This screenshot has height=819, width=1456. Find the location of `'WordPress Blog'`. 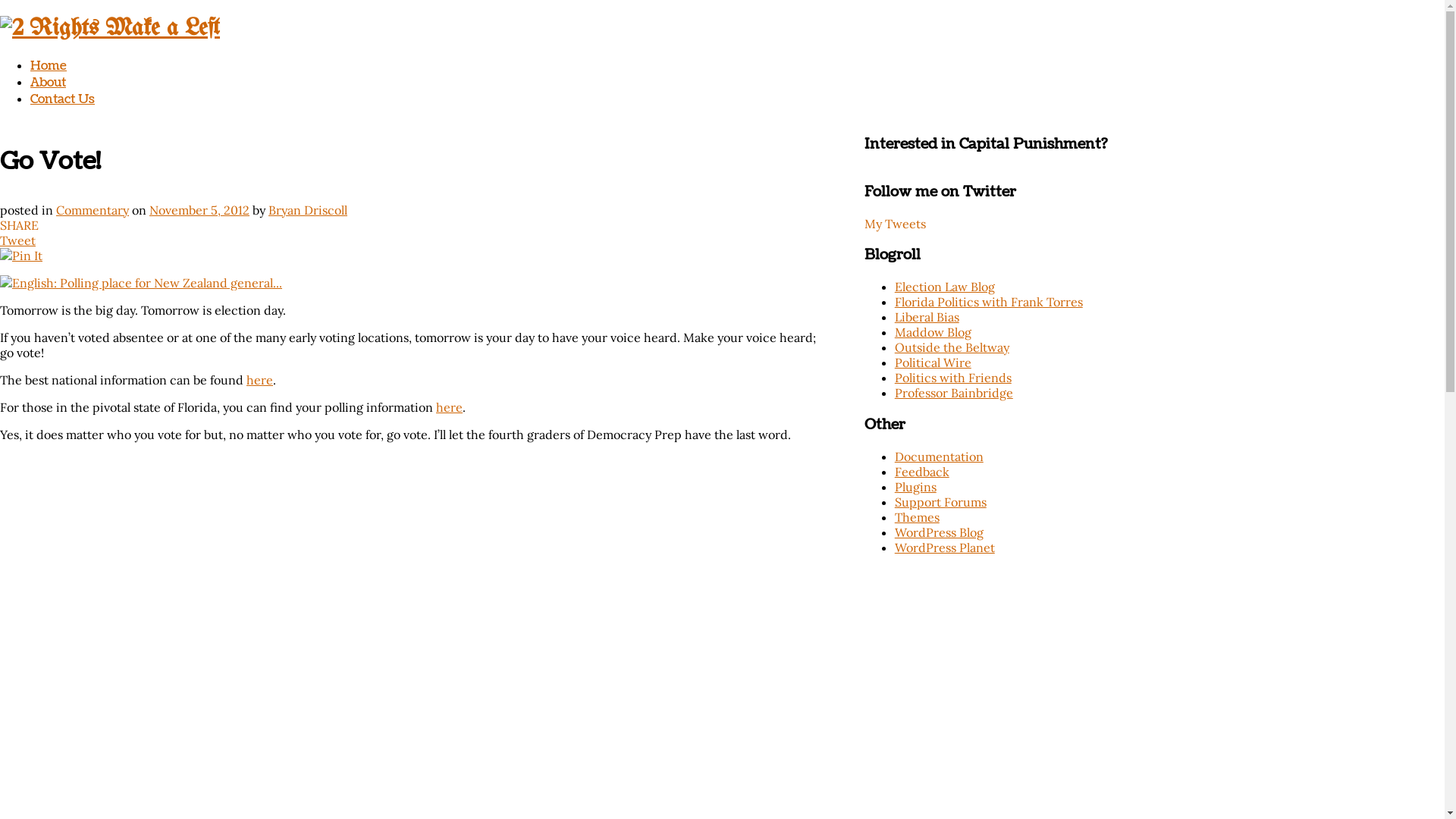

'WordPress Blog' is located at coordinates (895, 532).